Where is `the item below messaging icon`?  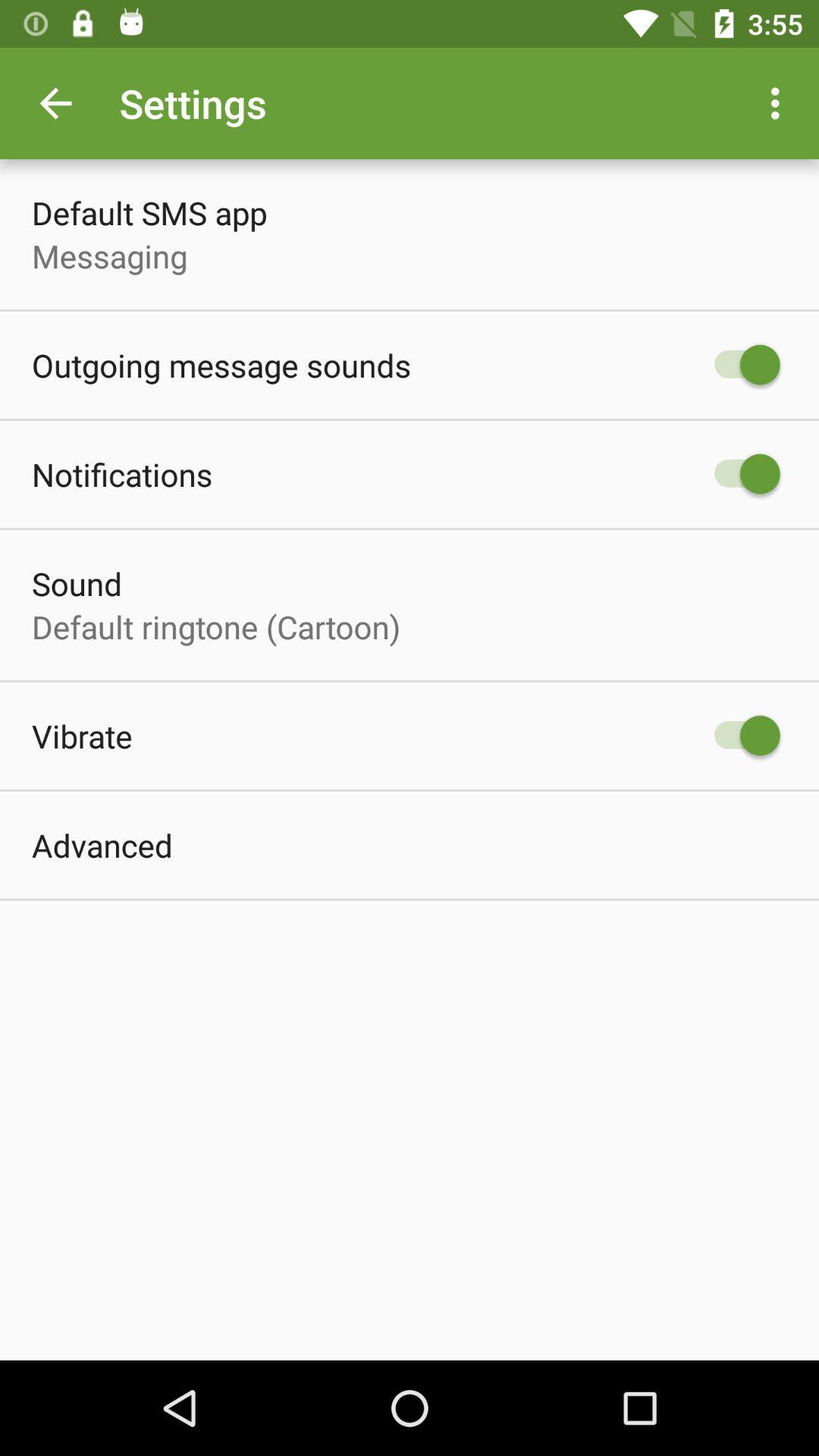 the item below messaging icon is located at coordinates (221, 365).